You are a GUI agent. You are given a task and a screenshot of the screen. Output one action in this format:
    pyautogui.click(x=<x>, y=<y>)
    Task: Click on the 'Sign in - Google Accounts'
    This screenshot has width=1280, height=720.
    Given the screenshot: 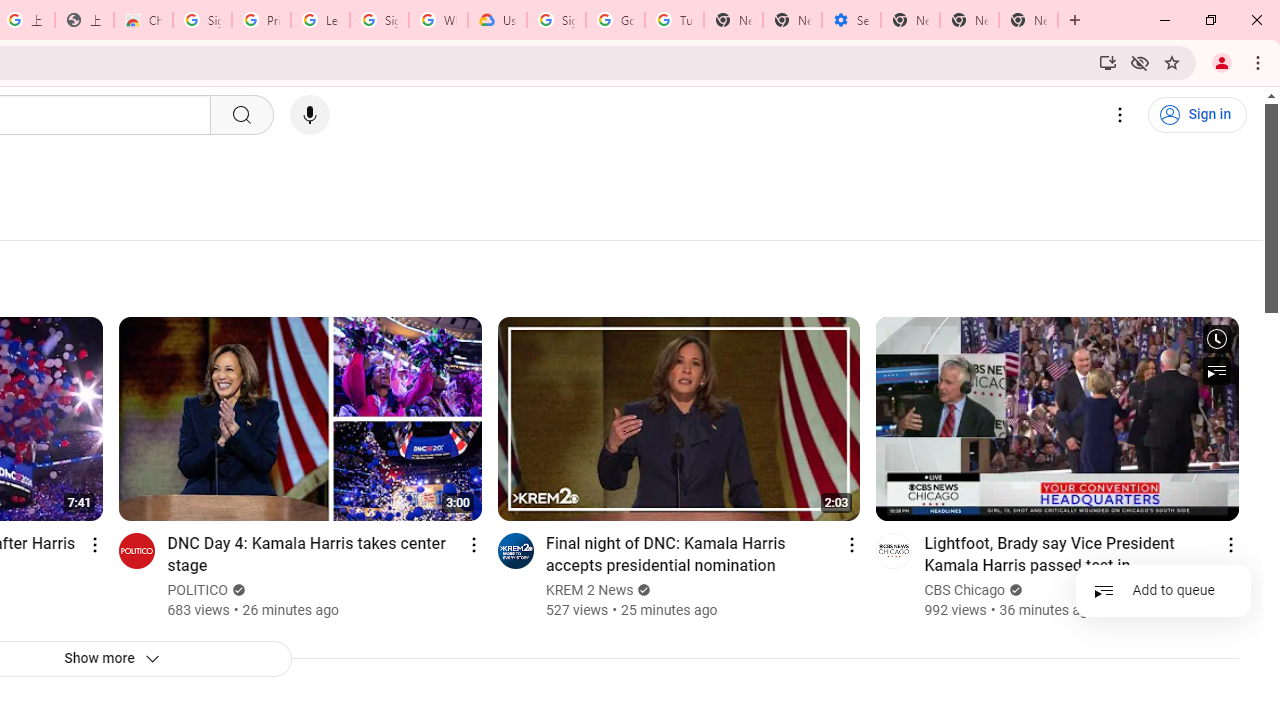 What is the action you would take?
    pyautogui.click(x=202, y=20)
    